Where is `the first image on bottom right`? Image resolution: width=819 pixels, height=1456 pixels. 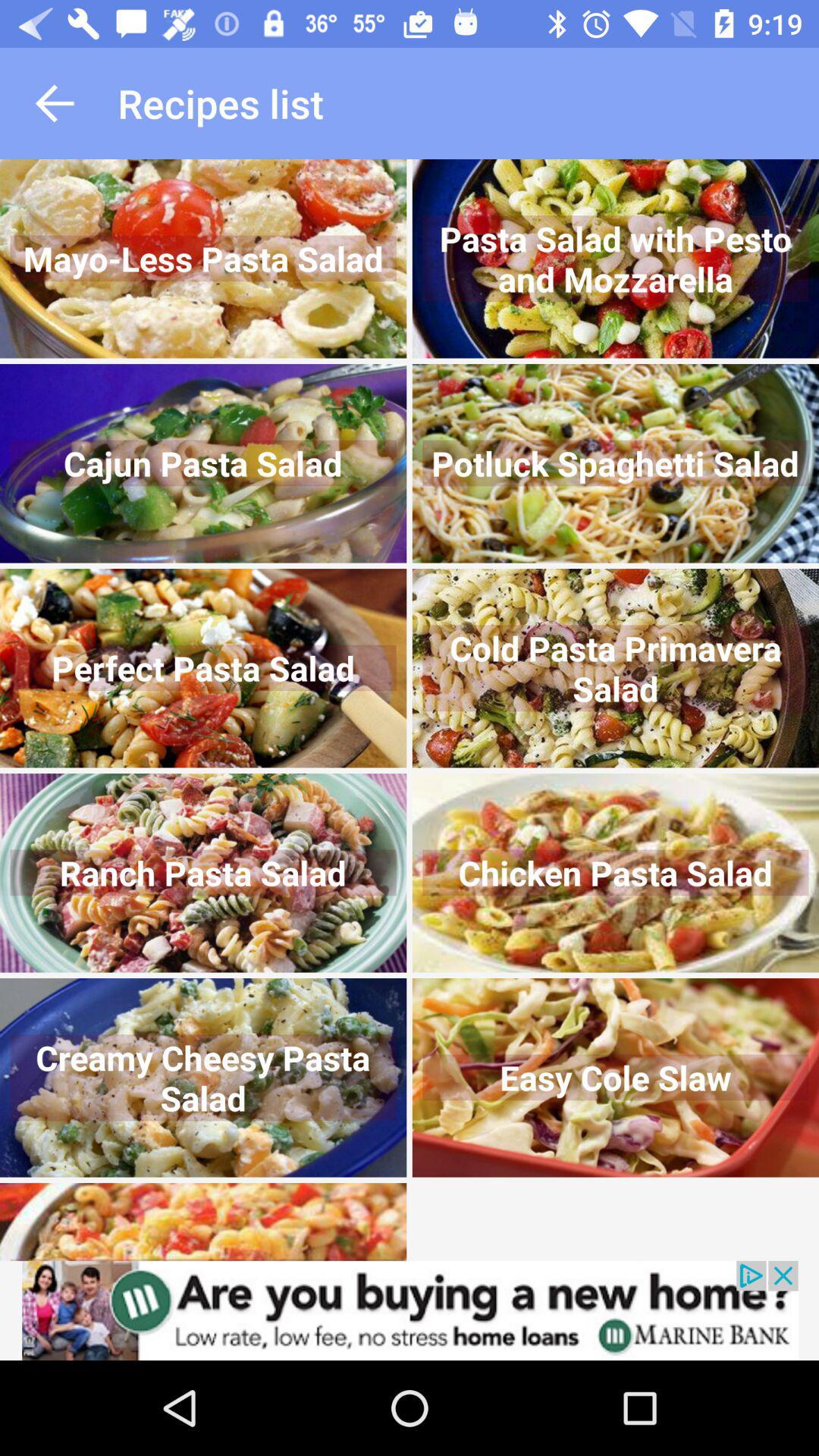
the first image on bottom right is located at coordinates (616, 1077).